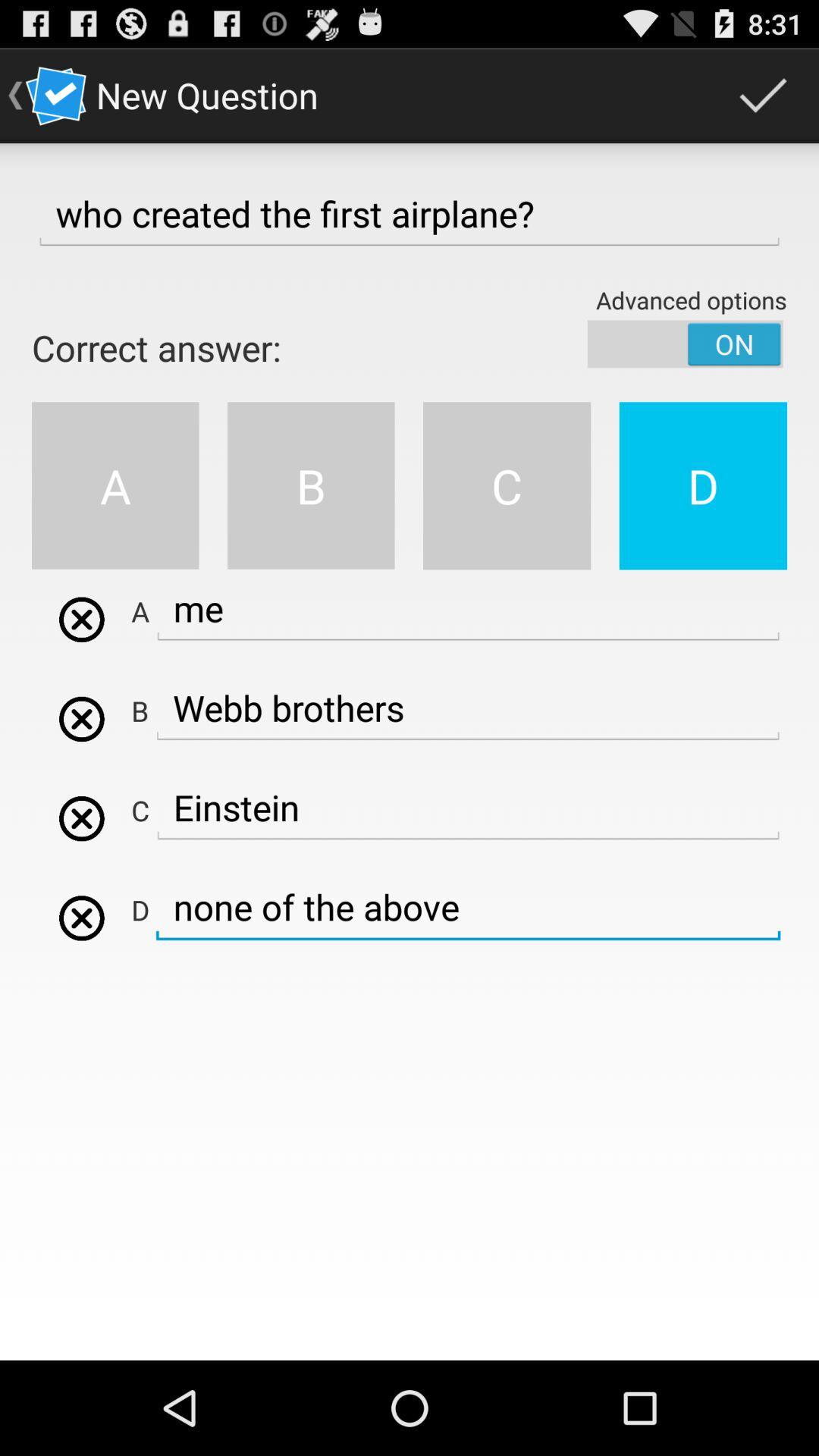 The width and height of the screenshot is (819, 1456). Describe the element at coordinates (81, 663) in the screenshot. I see `the close icon` at that location.